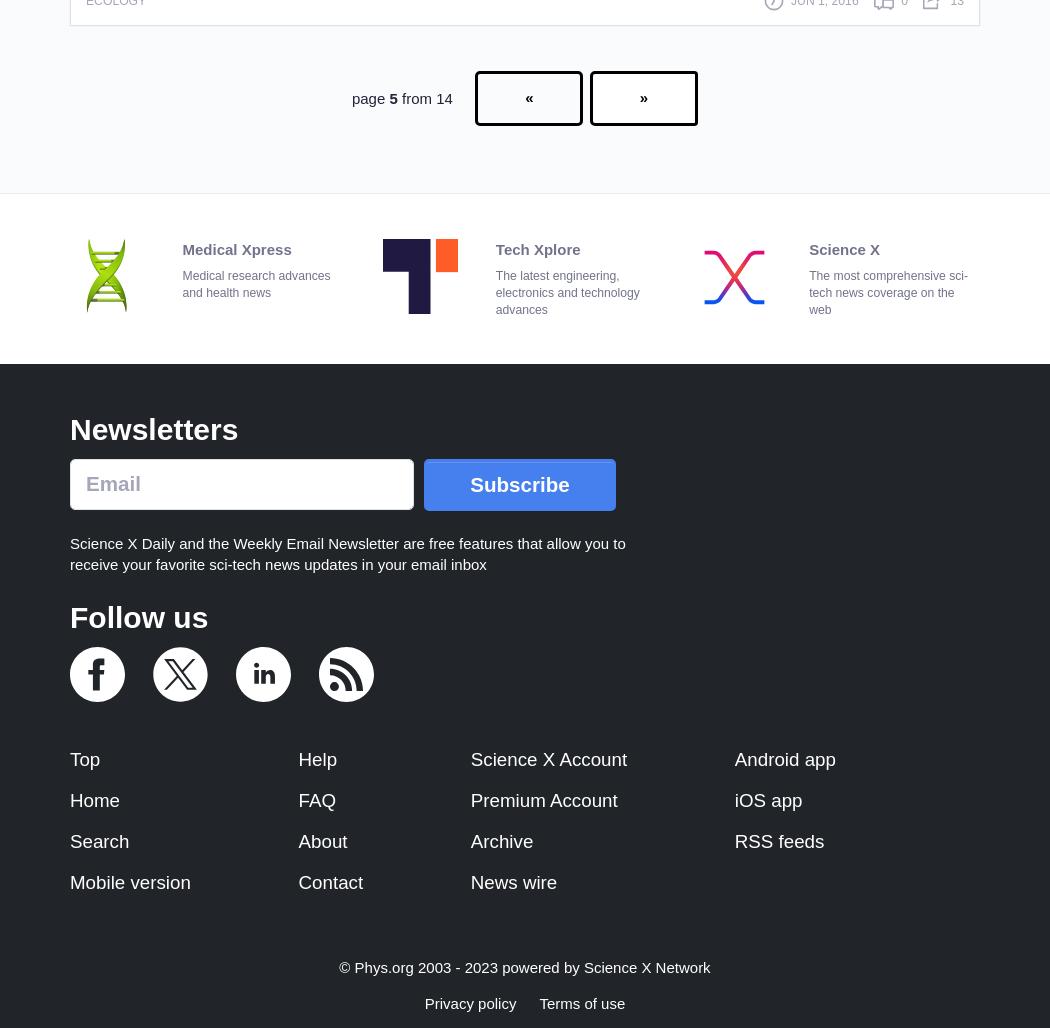 The height and width of the screenshot is (1028, 1050). What do you see at coordinates (784, 757) in the screenshot?
I see `'Android app'` at bounding box center [784, 757].